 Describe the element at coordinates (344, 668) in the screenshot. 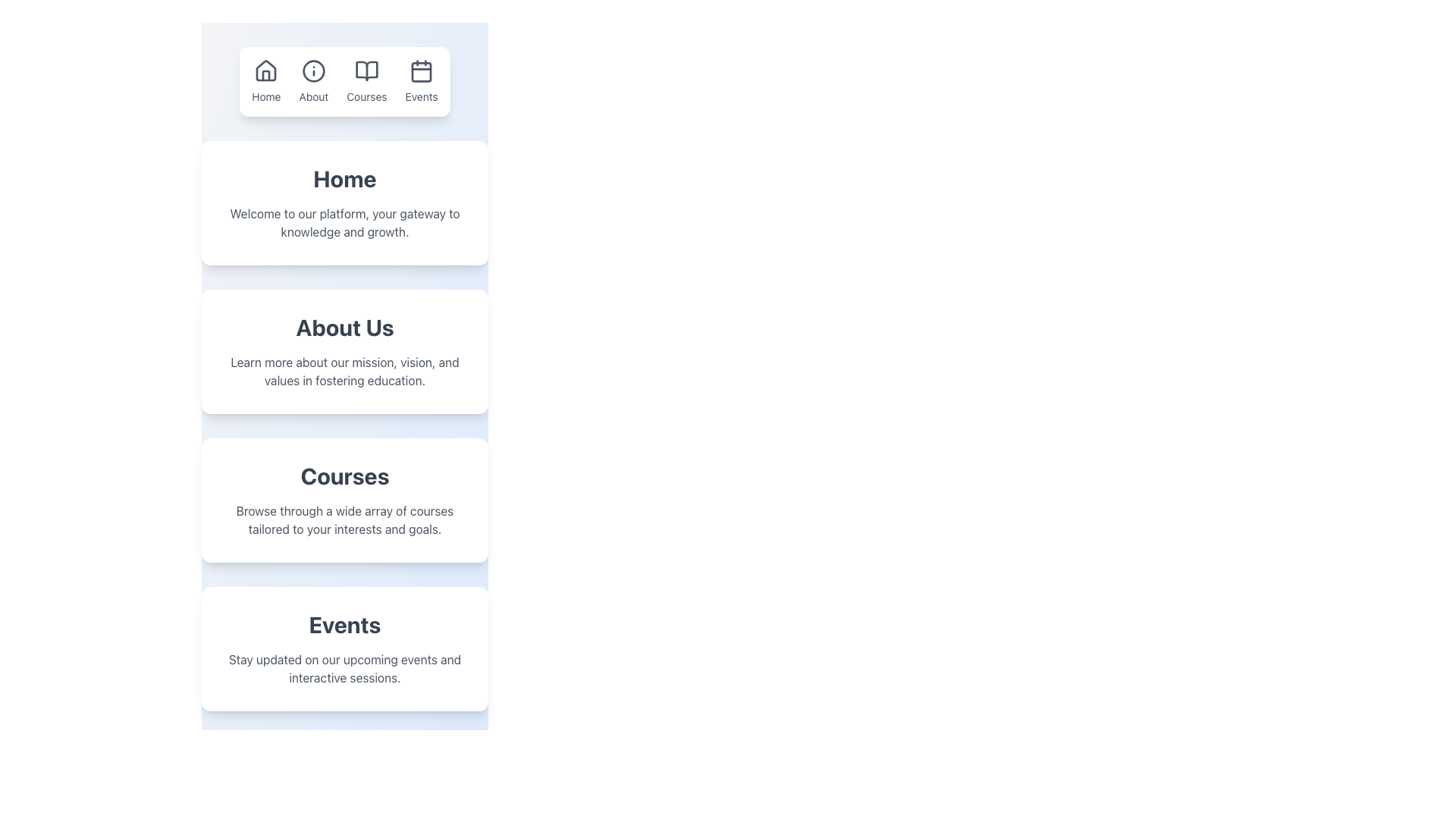

I see `descriptive invitation text about staying informed regarding upcoming events, located beneath the 'Events' title in the Events section of the webpage` at that location.